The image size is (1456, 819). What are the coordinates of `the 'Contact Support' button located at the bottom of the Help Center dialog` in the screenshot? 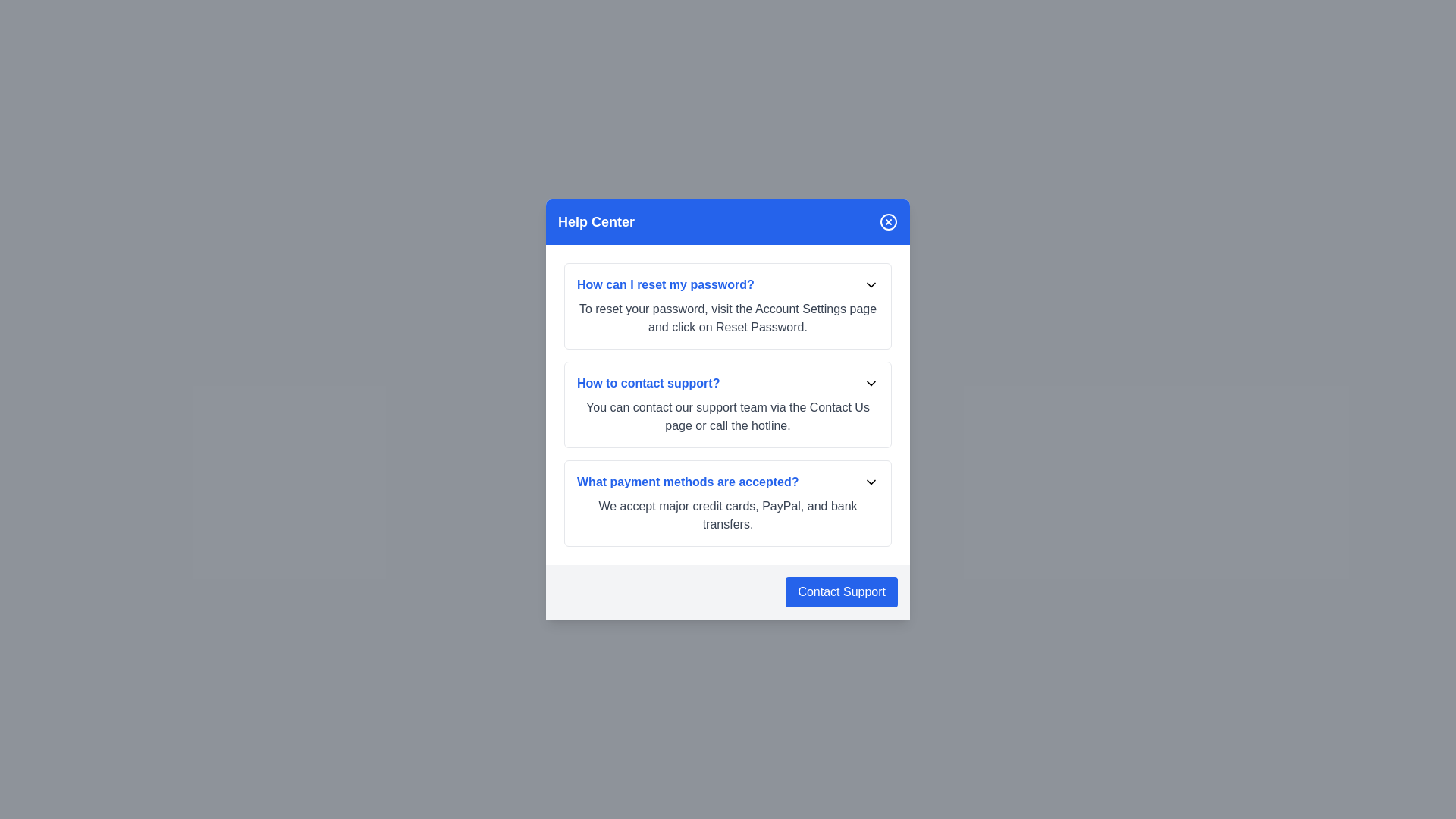 It's located at (840, 591).